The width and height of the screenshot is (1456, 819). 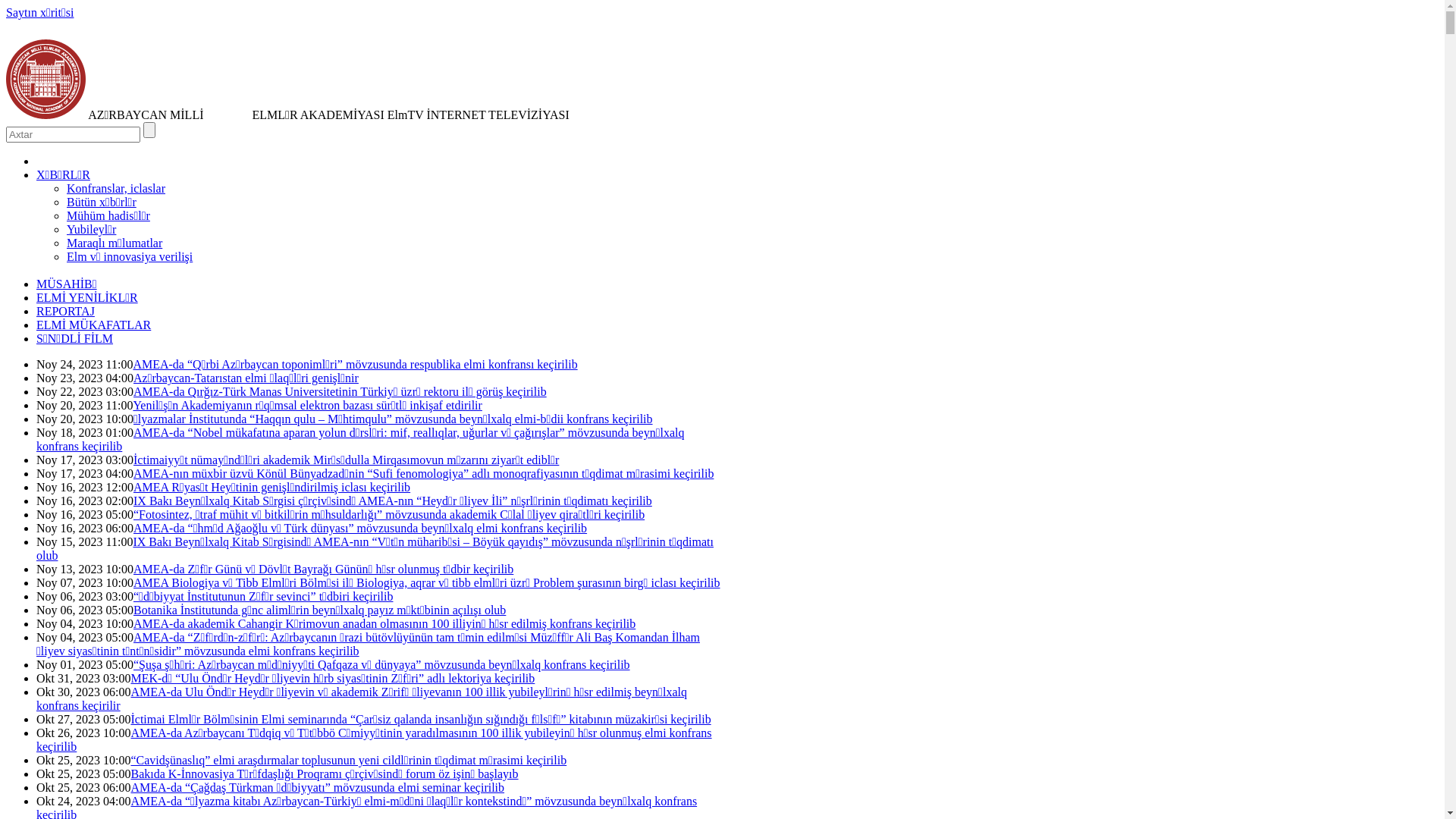 What do you see at coordinates (64, 310) in the screenshot?
I see `'REPORTAJ'` at bounding box center [64, 310].